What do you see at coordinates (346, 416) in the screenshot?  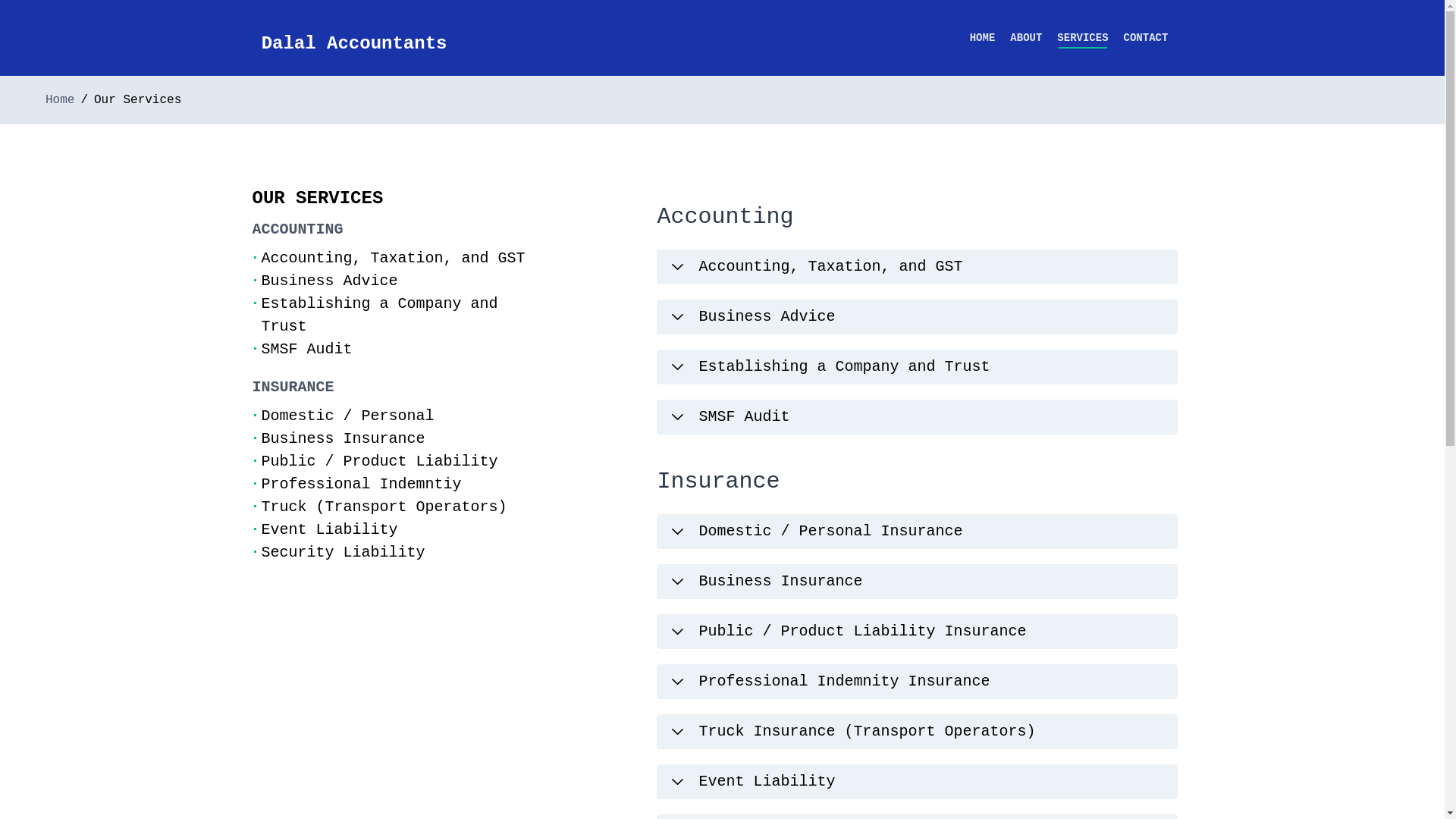 I see `'Domestic / Personal'` at bounding box center [346, 416].